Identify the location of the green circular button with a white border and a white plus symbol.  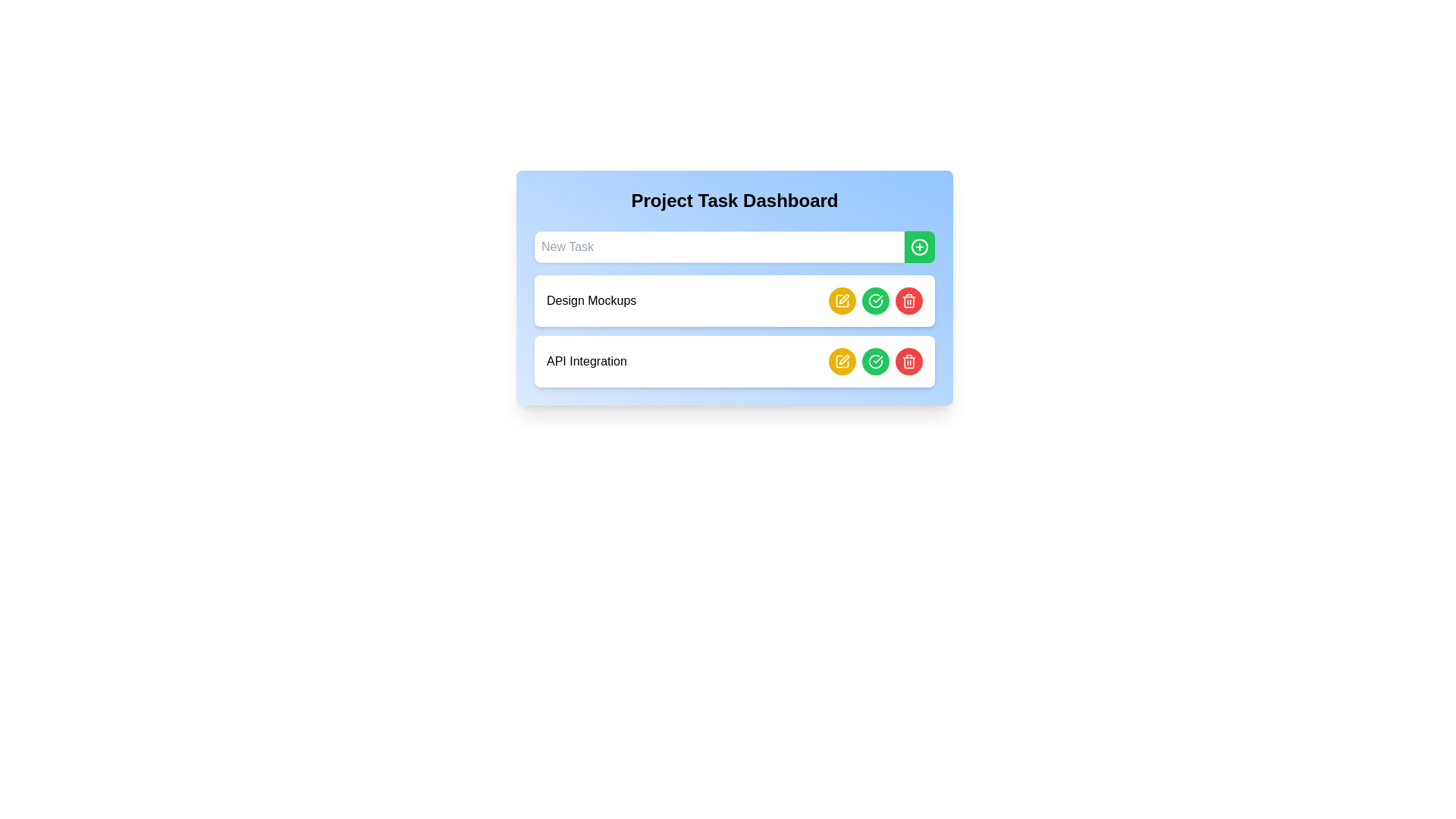
(919, 246).